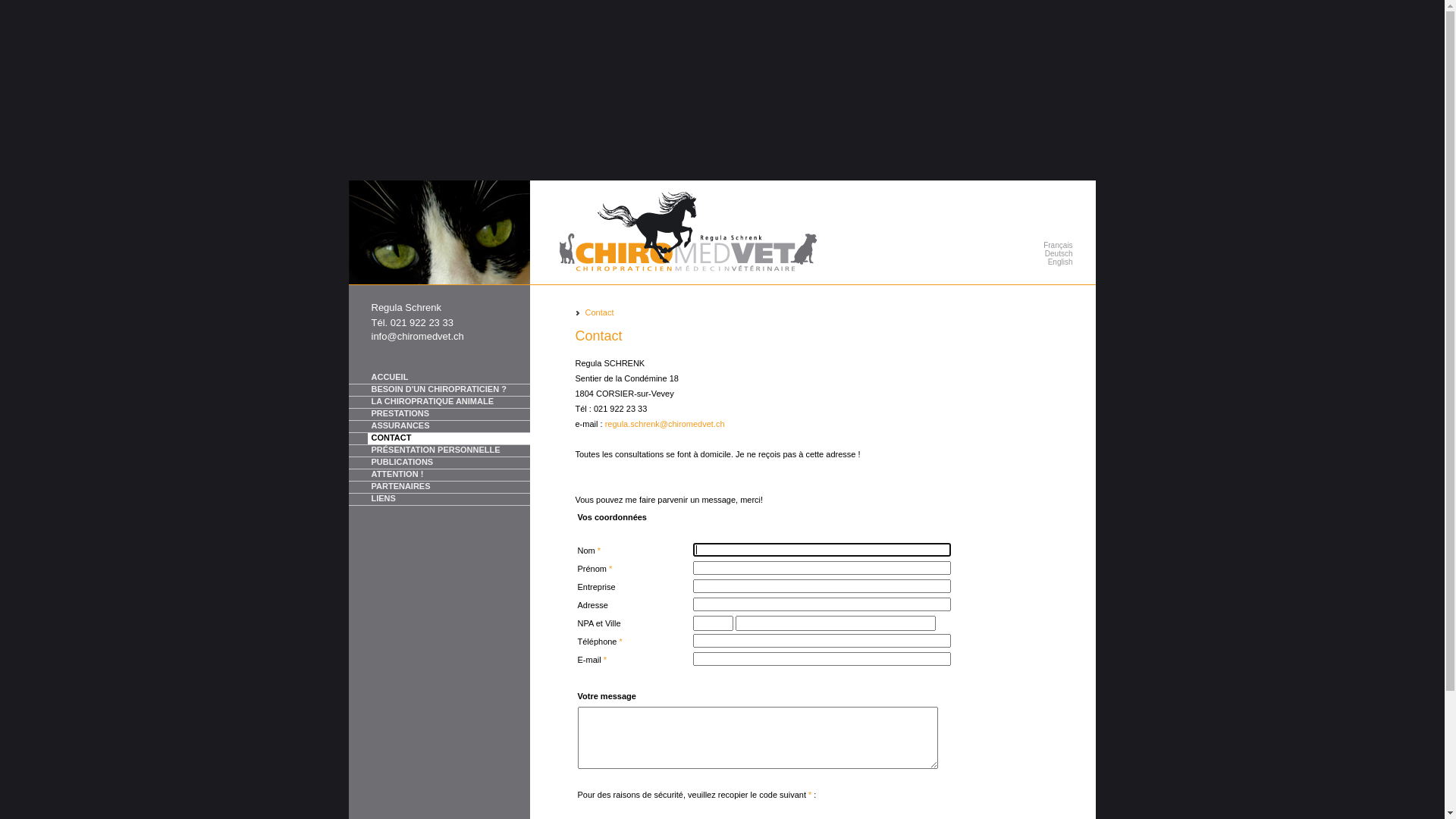  What do you see at coordinates (447, 487) in the screenshot?
I see `'PARTENAIRES'` at bounding box center [447, 487].